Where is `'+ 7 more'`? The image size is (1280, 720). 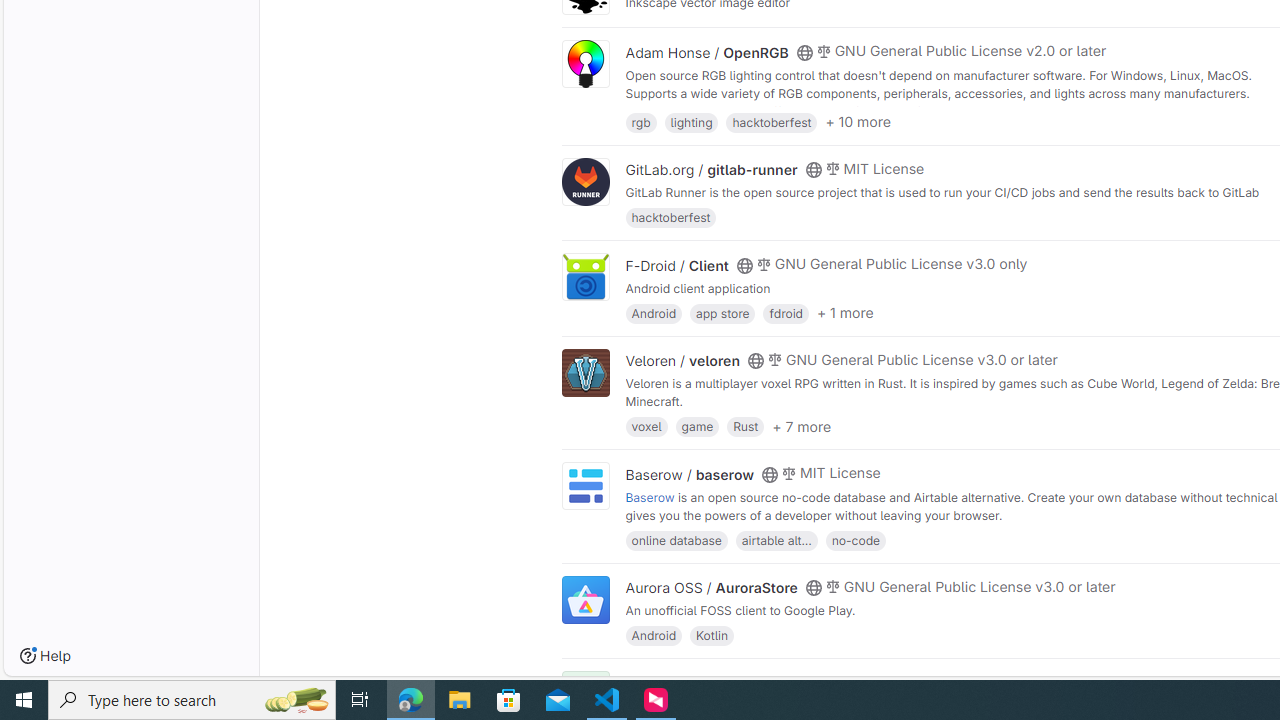
'+ 7 more' is located at coordinates (801, 424).